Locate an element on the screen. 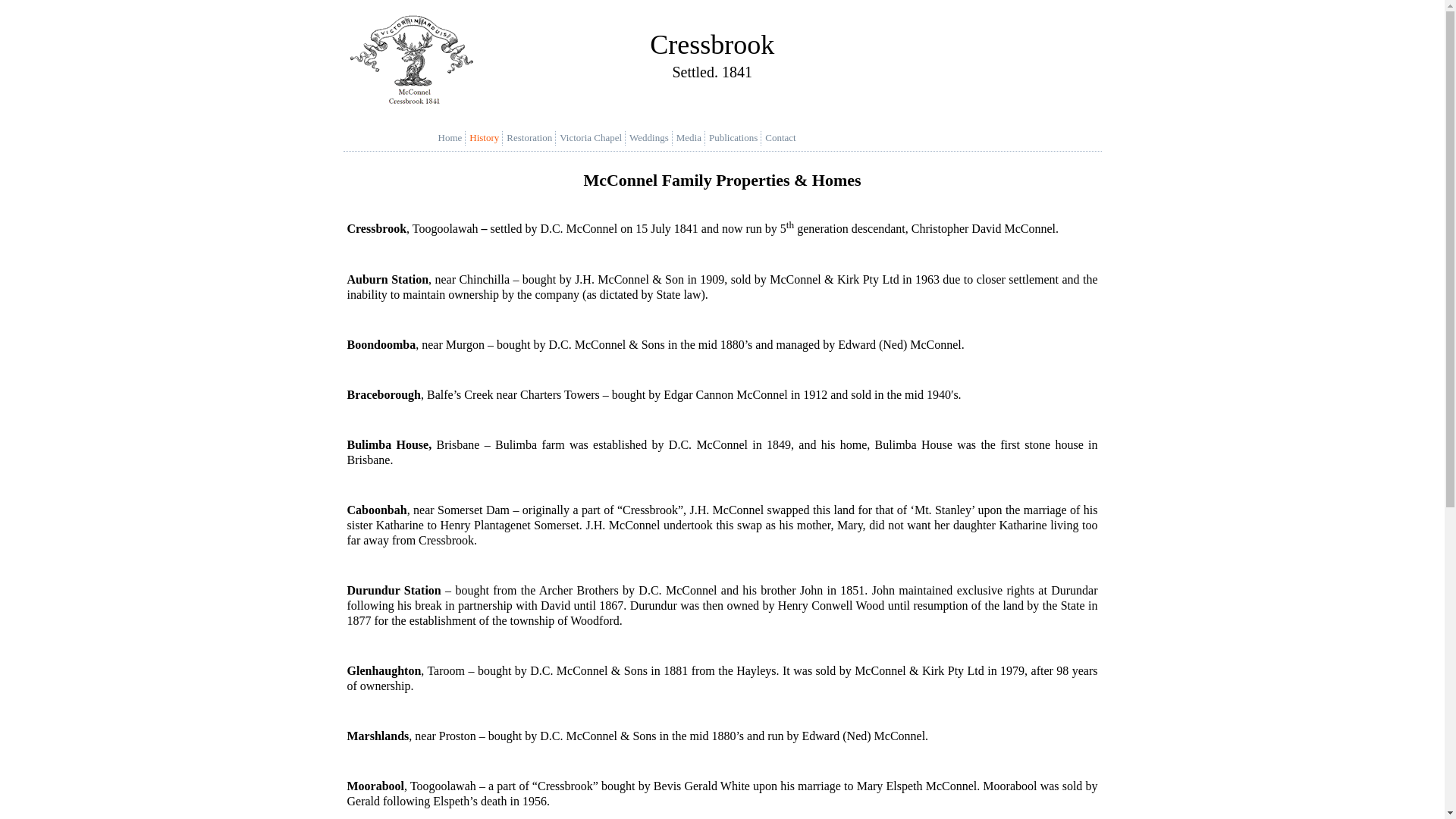 The width and height of the screenshot is (1456, 819). 'Media' is located at coordinates (692, 137).